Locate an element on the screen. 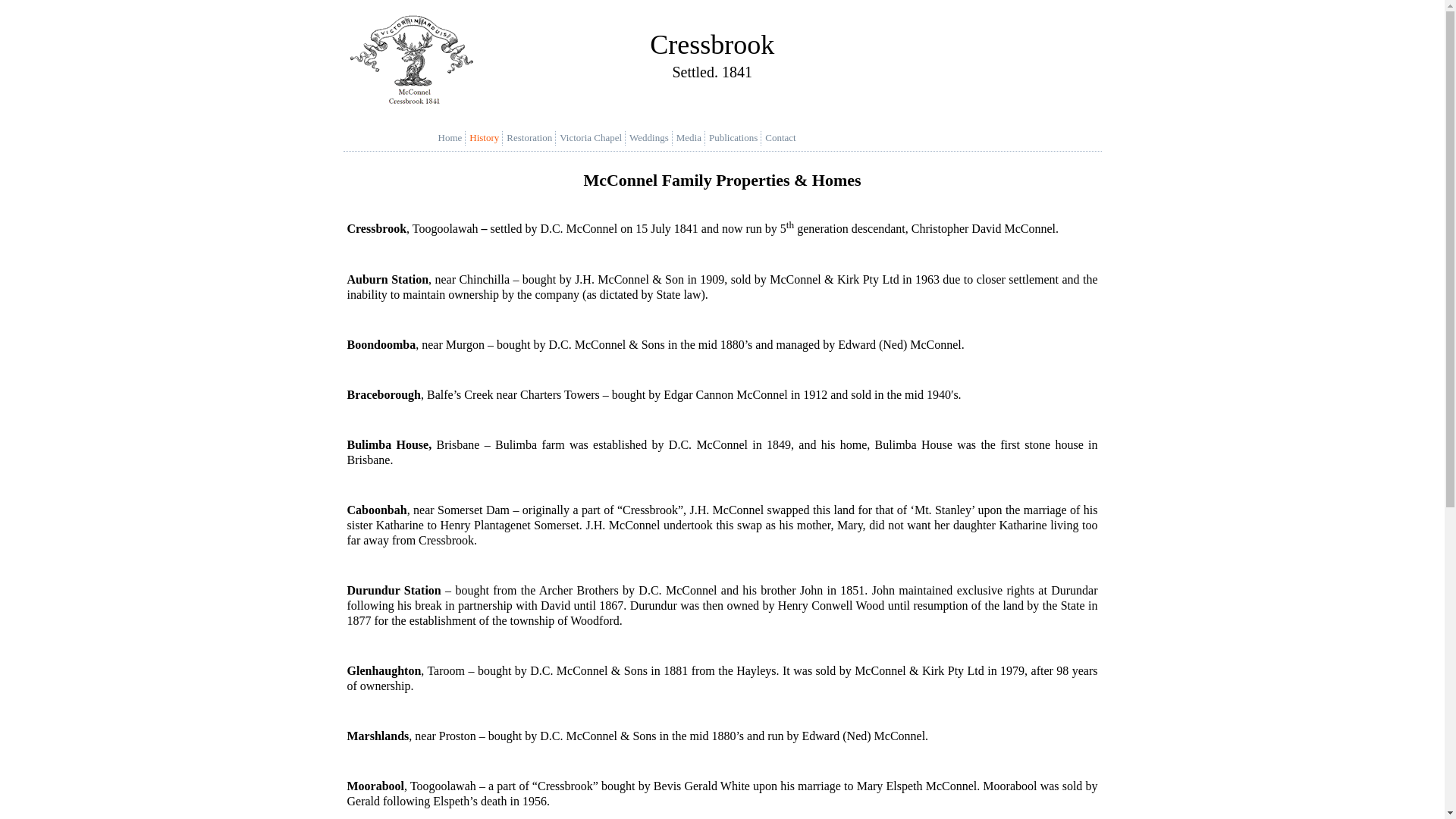 The width and height of the screenshot is (1456, 819). 'Media' is located at coordinates (692, 137).